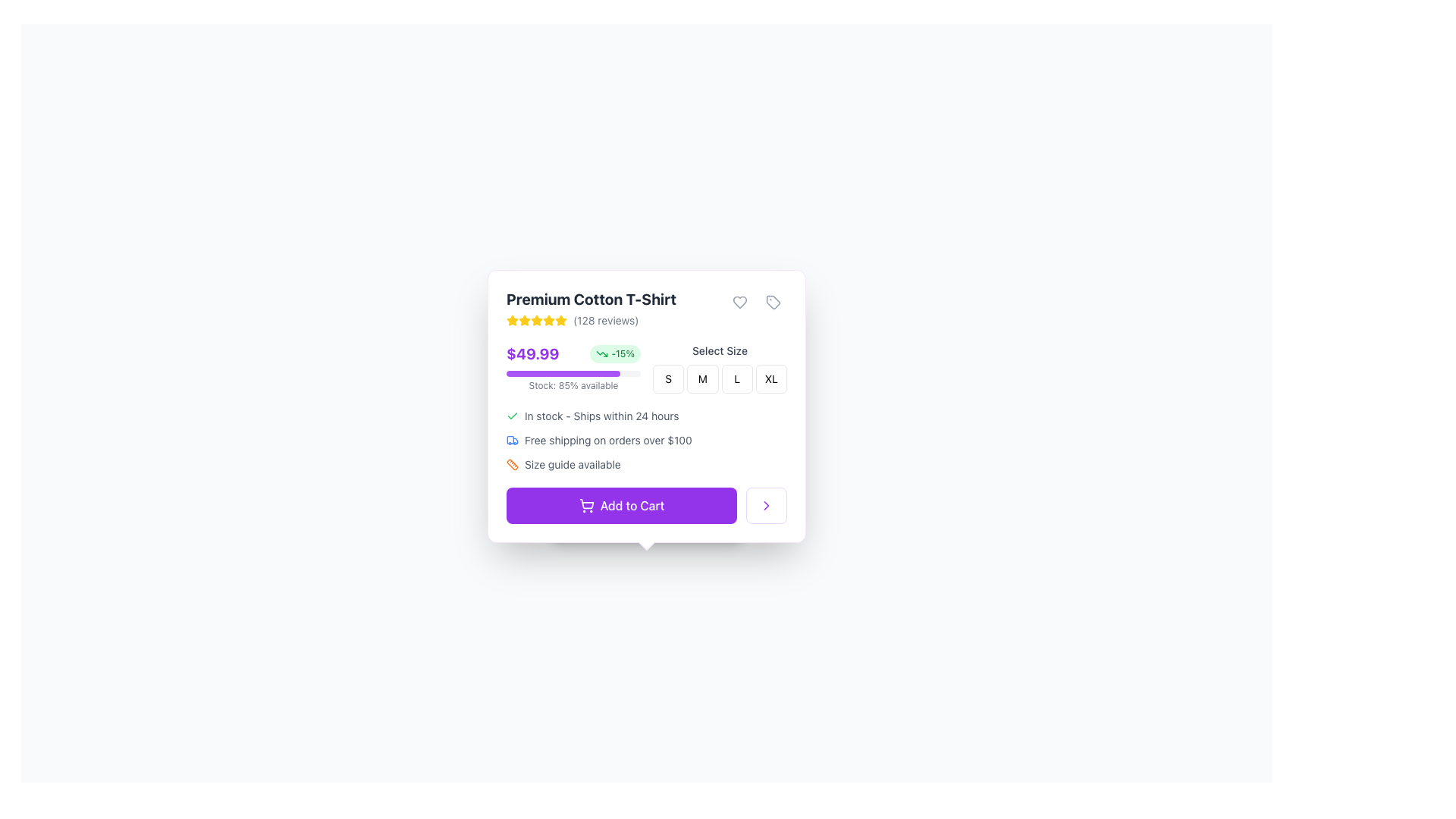 This screenshot has width=1456, height=819. I want to click on the fifth star icon in the rating system to interact with the product rating, so click(560, 320).